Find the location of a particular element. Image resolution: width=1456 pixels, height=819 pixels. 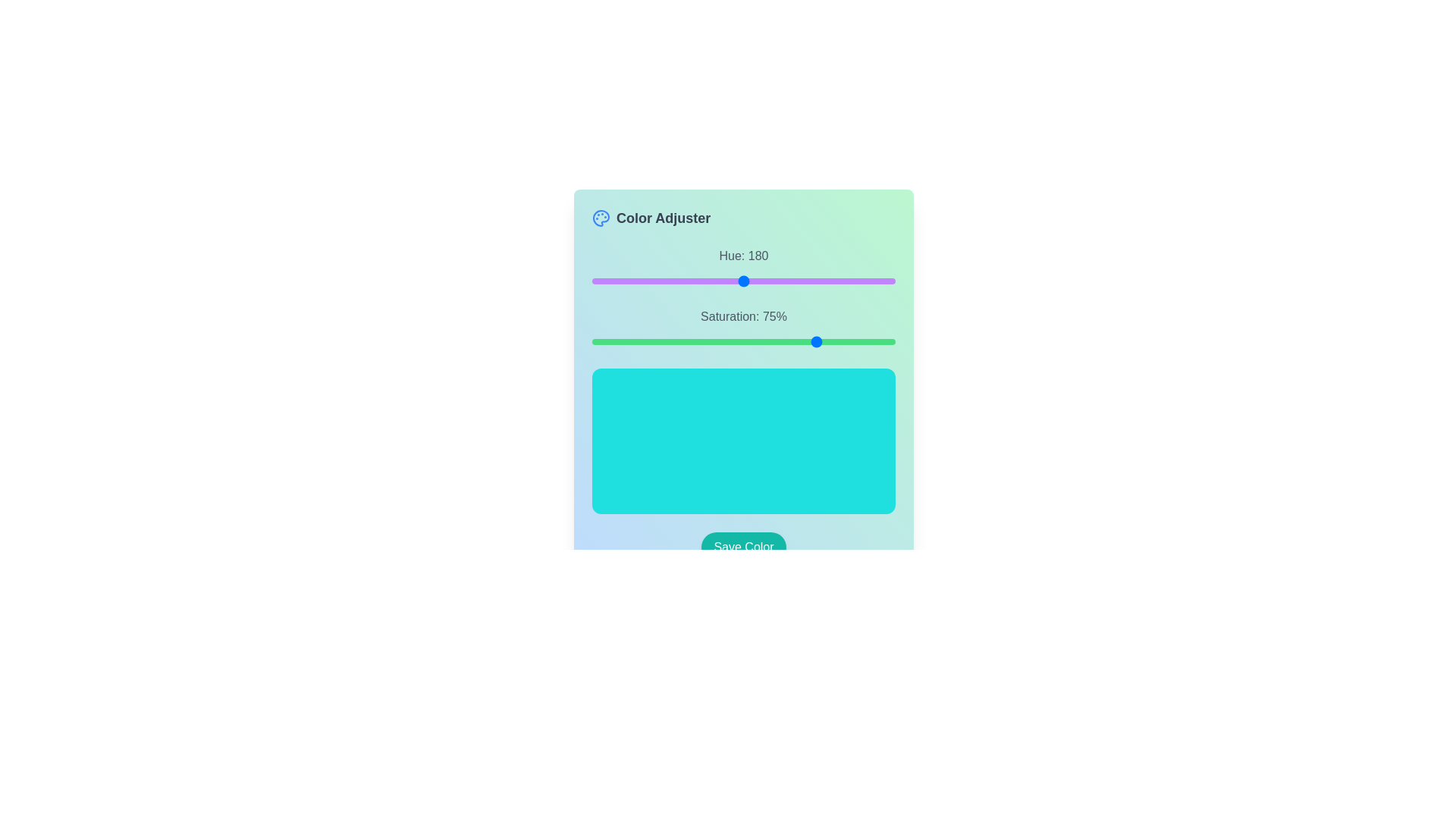

the decorative icon representing the color adjustment feature located at the top-left corner of the interface next to the 'Color Adjuster' label is located at coordinates (600, 218).